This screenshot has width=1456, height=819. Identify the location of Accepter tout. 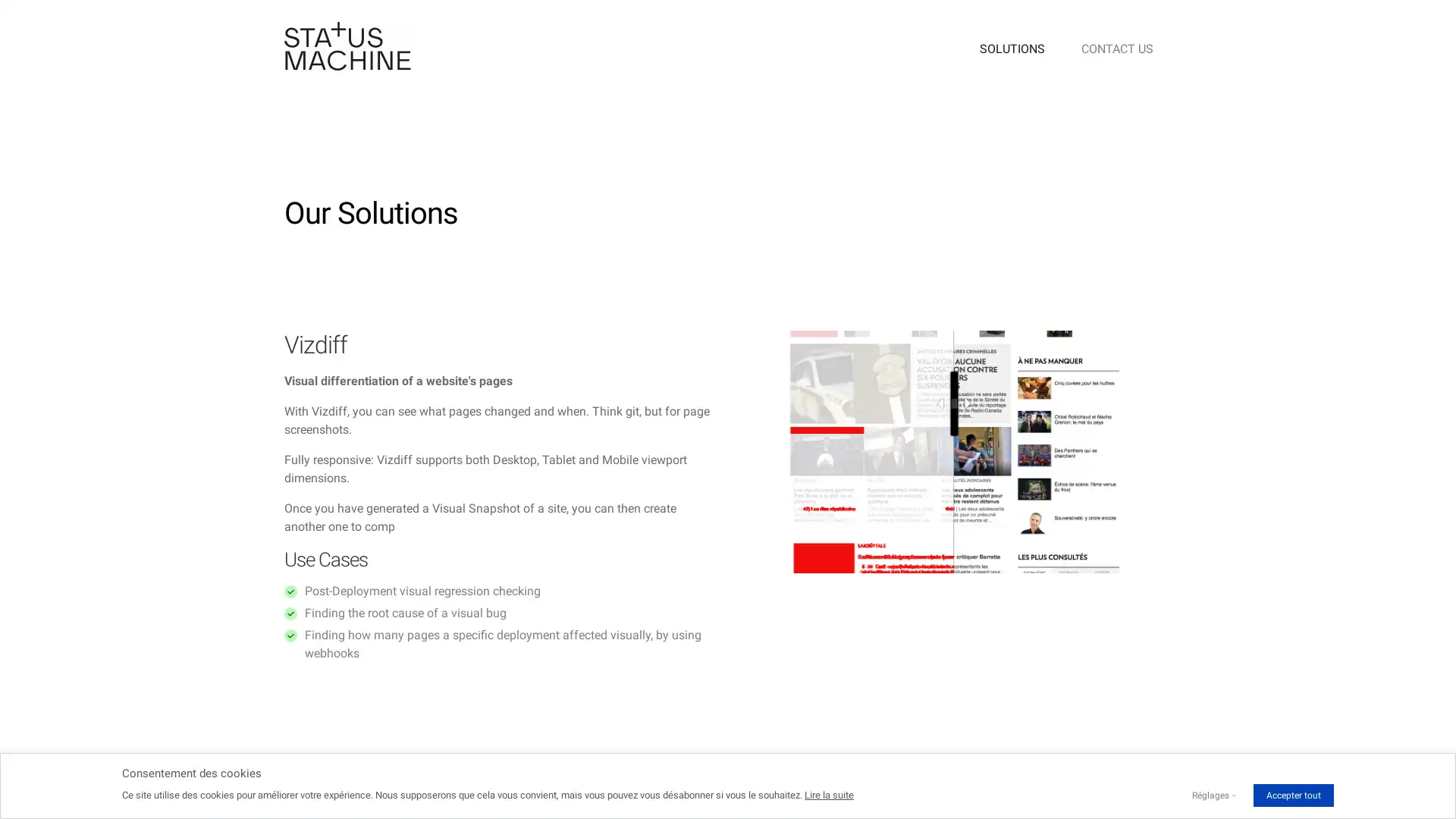
(1292, 795).